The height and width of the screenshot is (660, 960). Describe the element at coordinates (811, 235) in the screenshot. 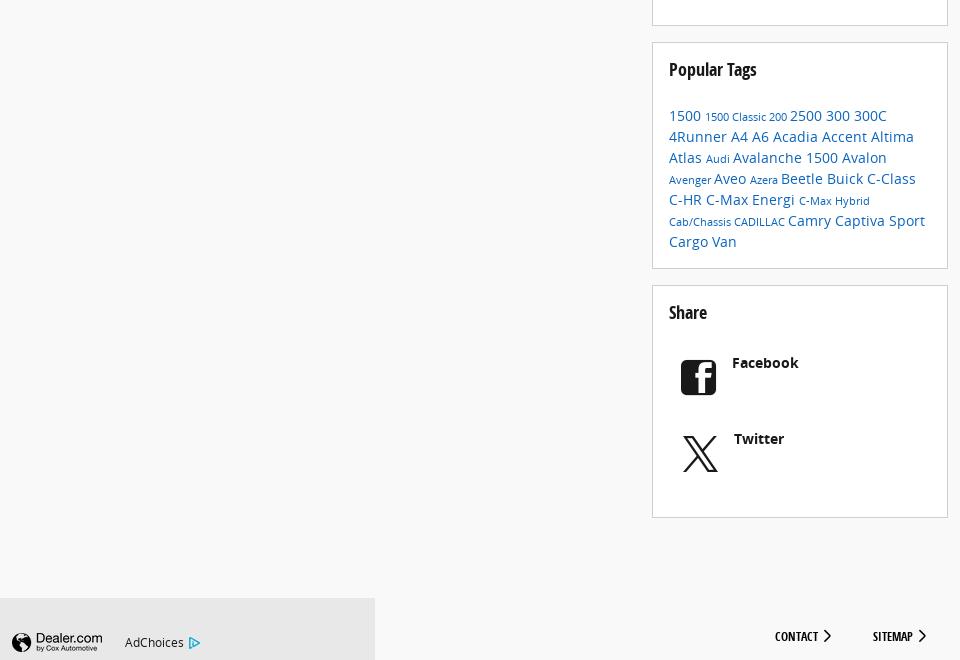

I see `'Camry'` at that location.